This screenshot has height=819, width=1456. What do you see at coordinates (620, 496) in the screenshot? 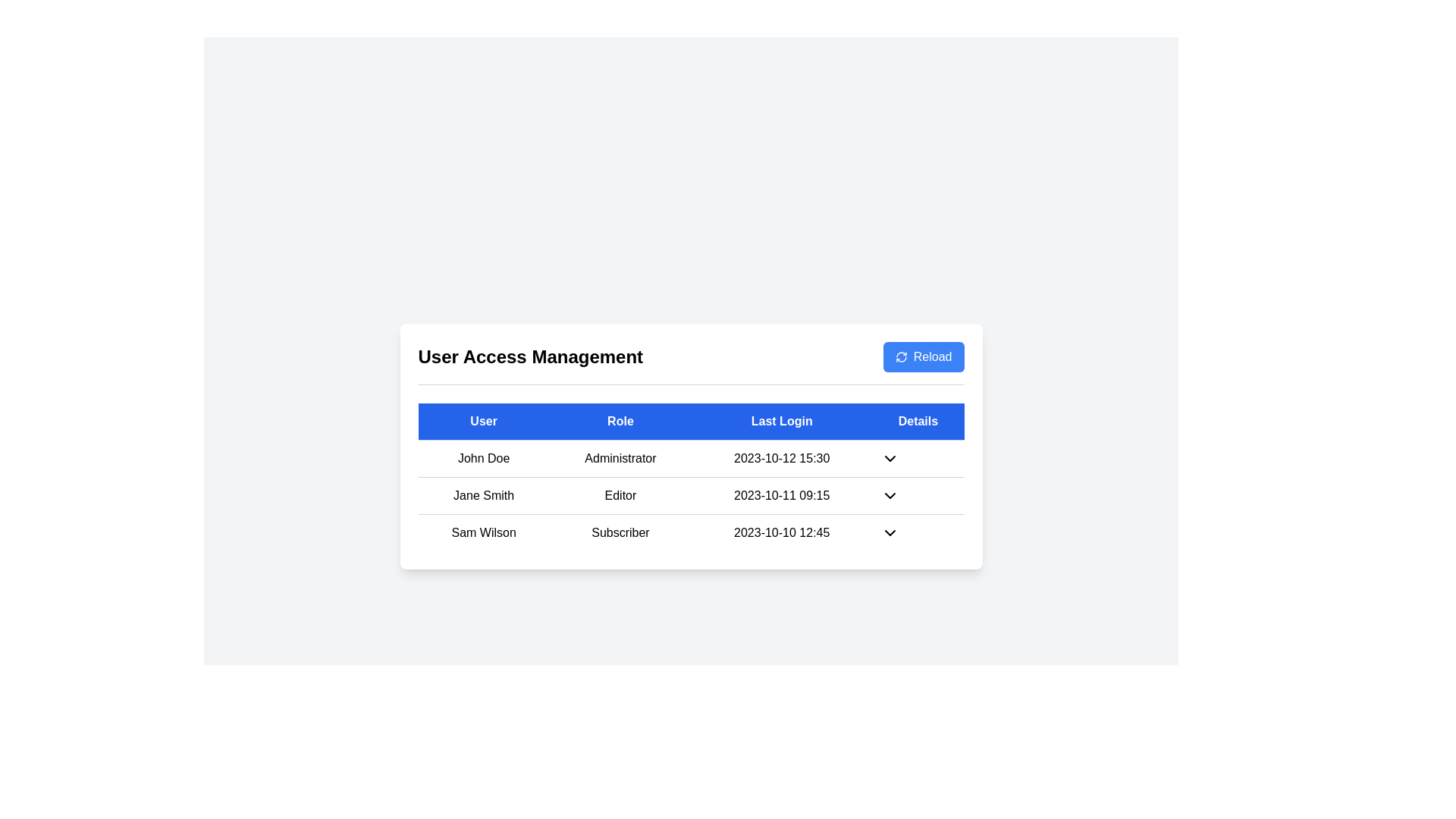
I see `the static text element displaying 'Editor', which is located in the 'Role' column of the row associated with 'Jane Smith'` at bounding box center [620, 496].